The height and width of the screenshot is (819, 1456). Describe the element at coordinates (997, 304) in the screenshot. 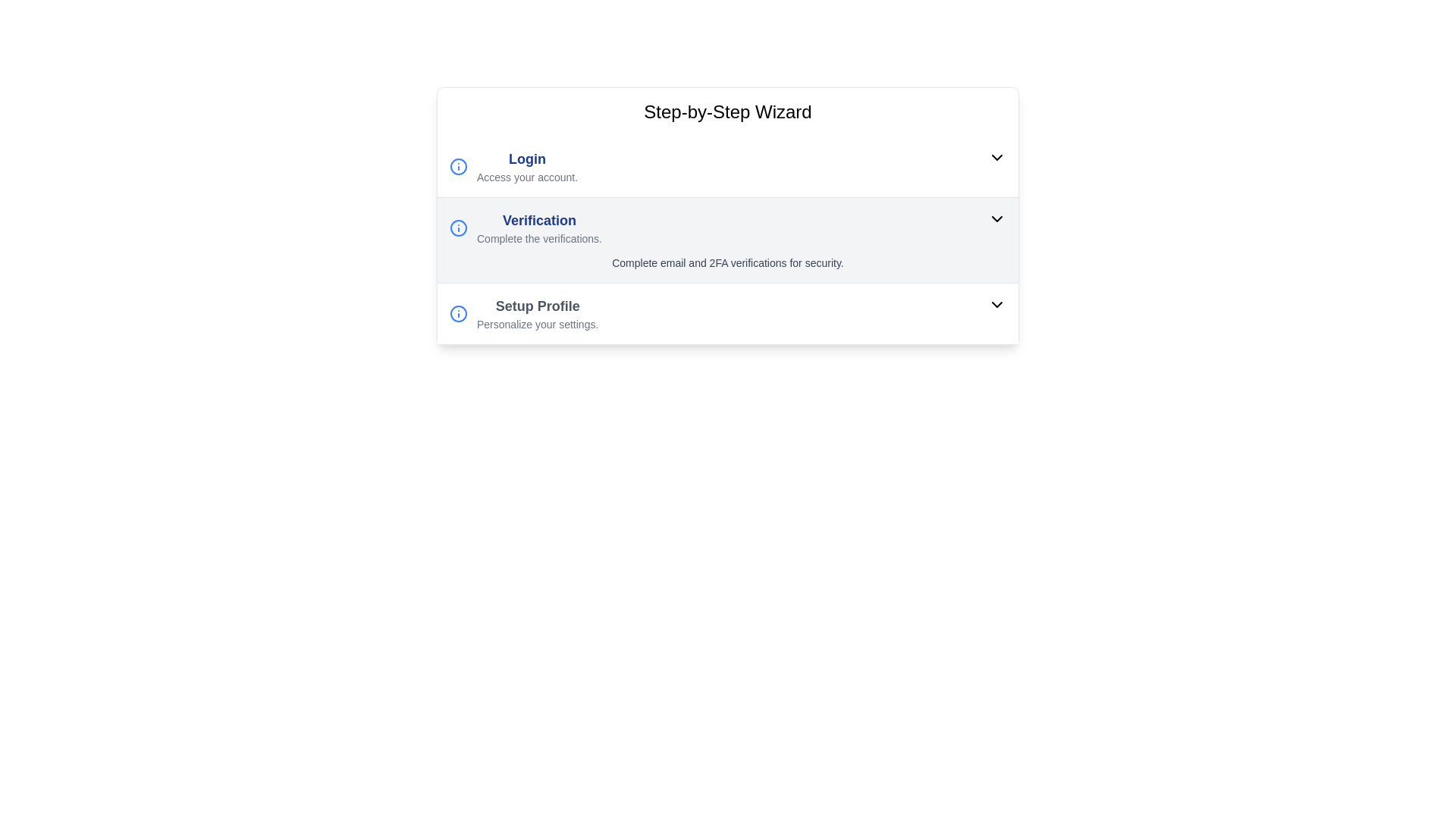

I see `the downward-pointing chevron icon` at that location.